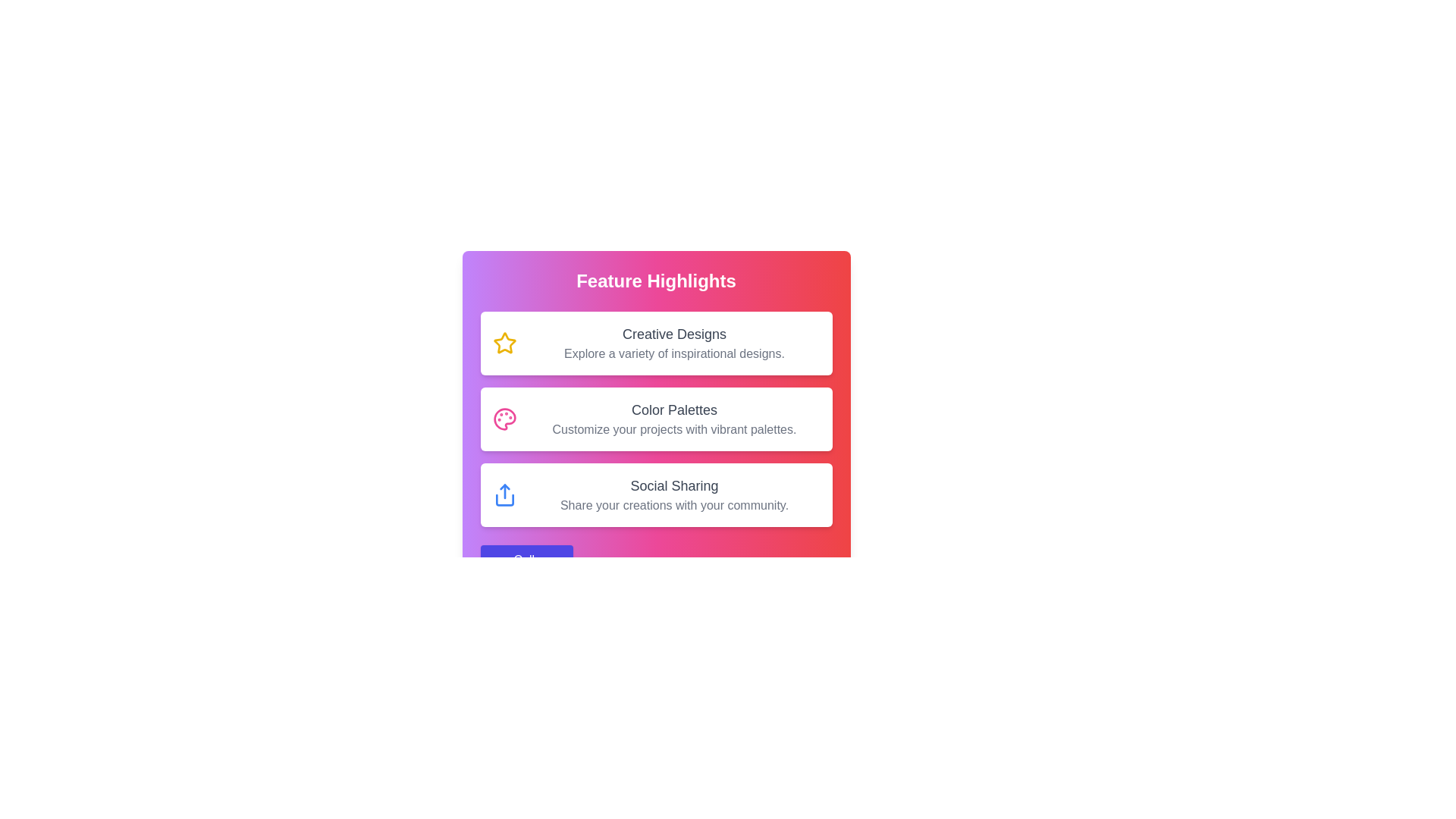 Image resolution: width=1456 pixels, height=819 pixels. Describe the element at coordinates (504, 343) in the screenshot. I see `the yellow star icon located at the left side of the card titled 'Creative Designs' for accessibility purposes` at that location.